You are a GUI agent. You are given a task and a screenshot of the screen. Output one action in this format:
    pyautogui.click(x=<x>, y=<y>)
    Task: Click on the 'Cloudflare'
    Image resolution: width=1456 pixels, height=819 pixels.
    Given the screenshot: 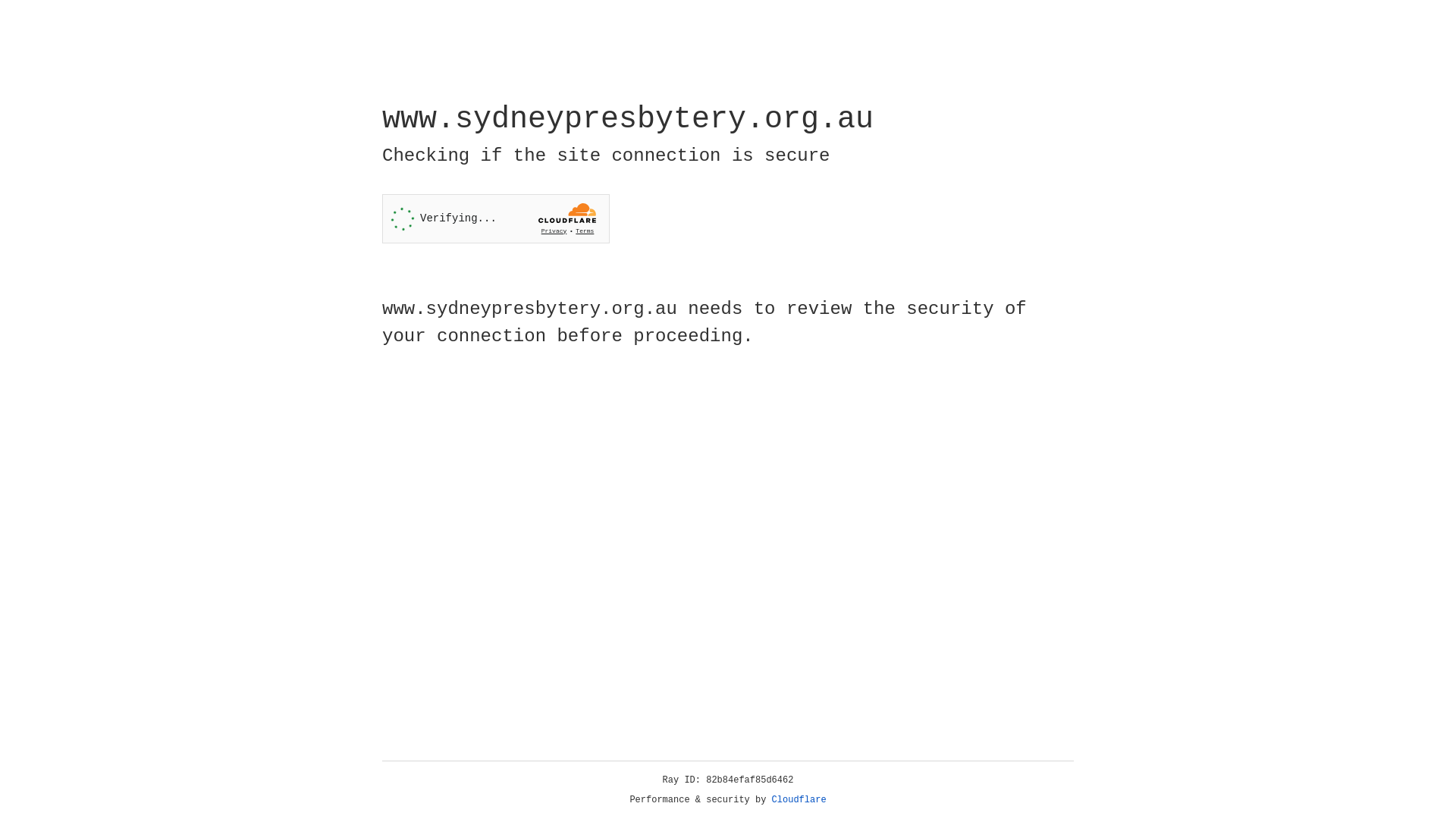 What is the action you would take?
    pyautogui.click(x=799, y=799)
    